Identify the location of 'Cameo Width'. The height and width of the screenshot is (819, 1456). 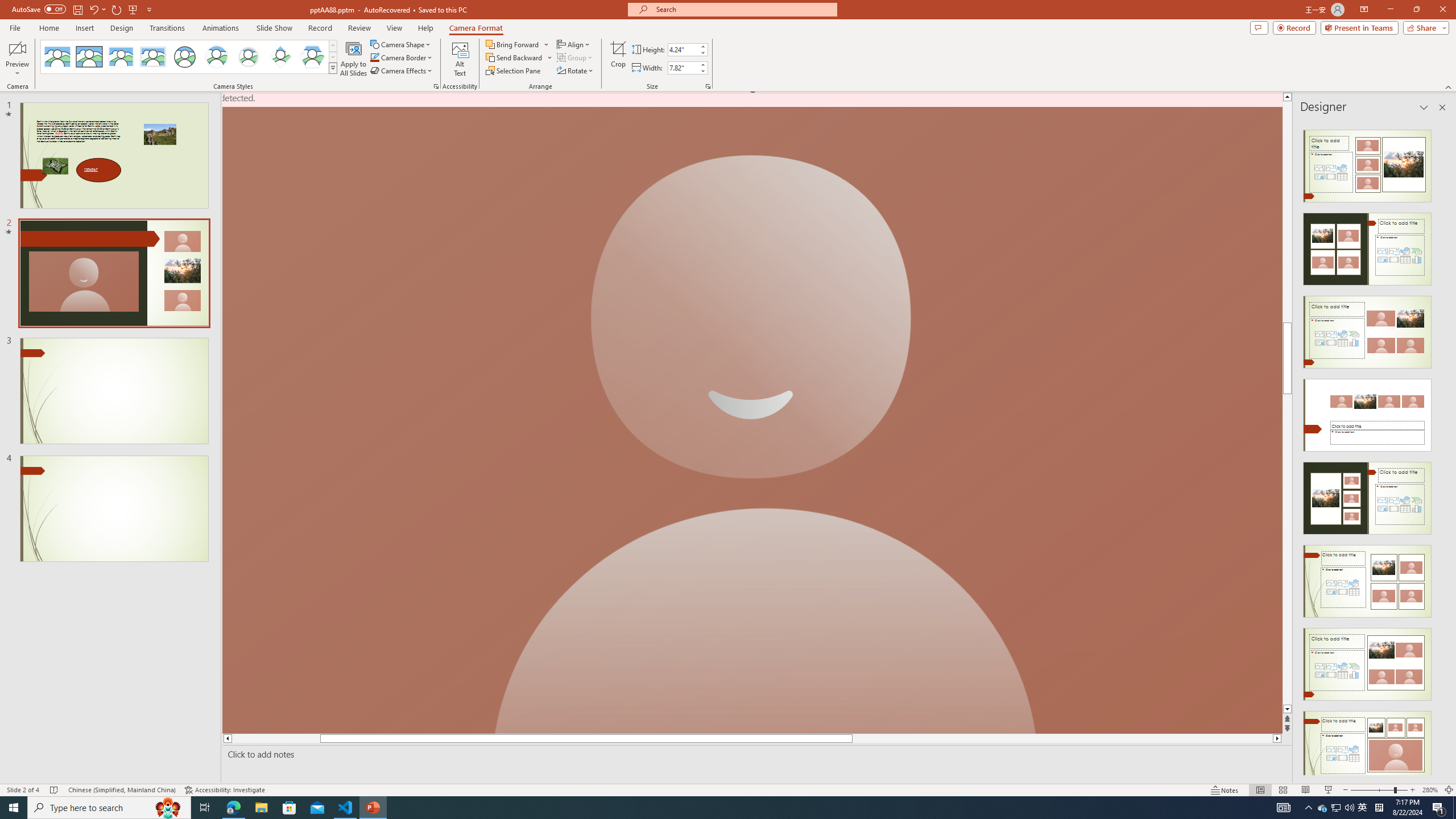
(682, 67).